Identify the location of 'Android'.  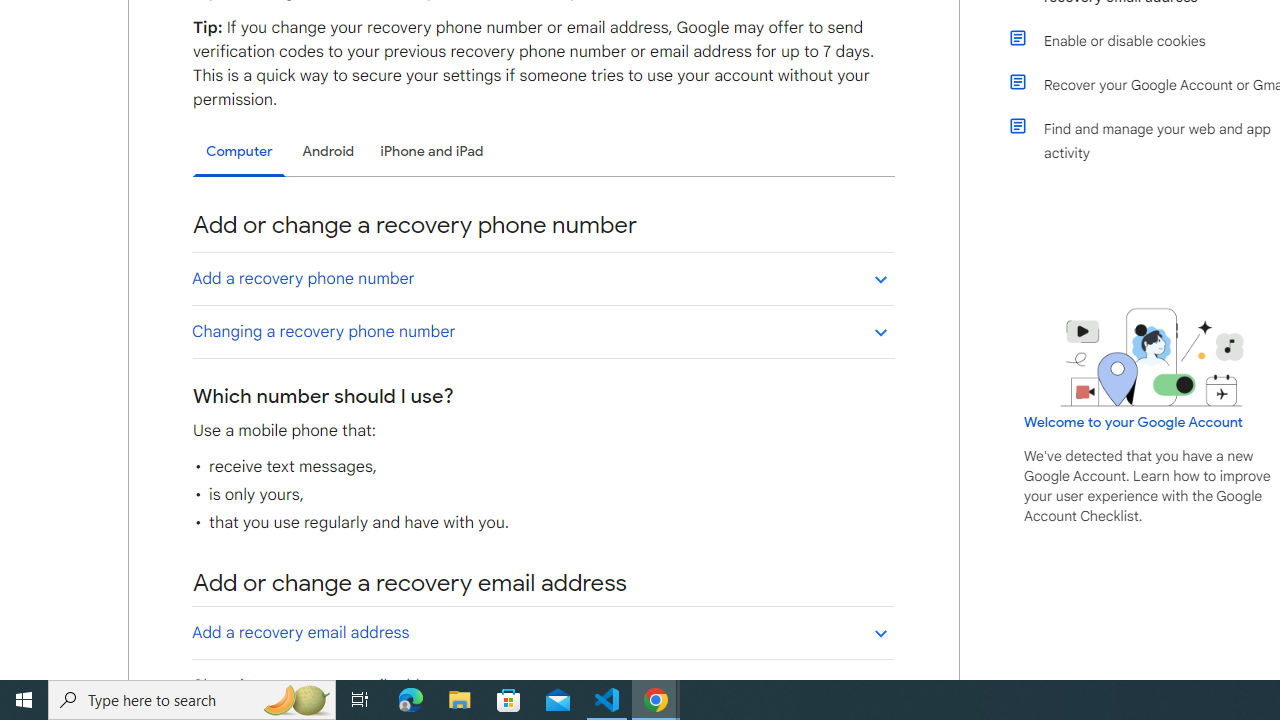
(328, 150).